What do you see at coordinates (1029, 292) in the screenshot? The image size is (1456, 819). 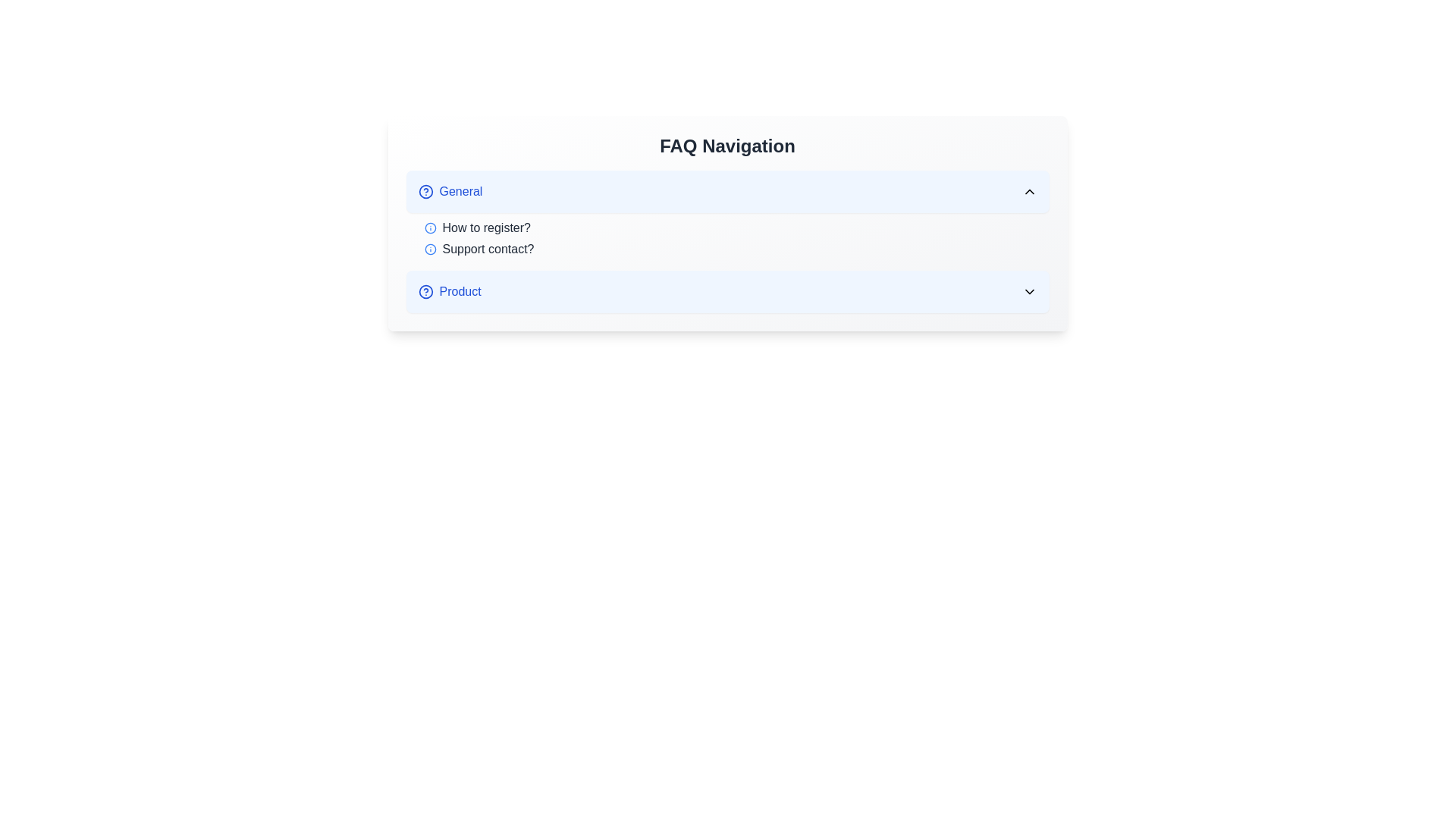 I see `the Chevron Down icon located at the far right of the 'Product' section` at bounding box center [1029, 292].